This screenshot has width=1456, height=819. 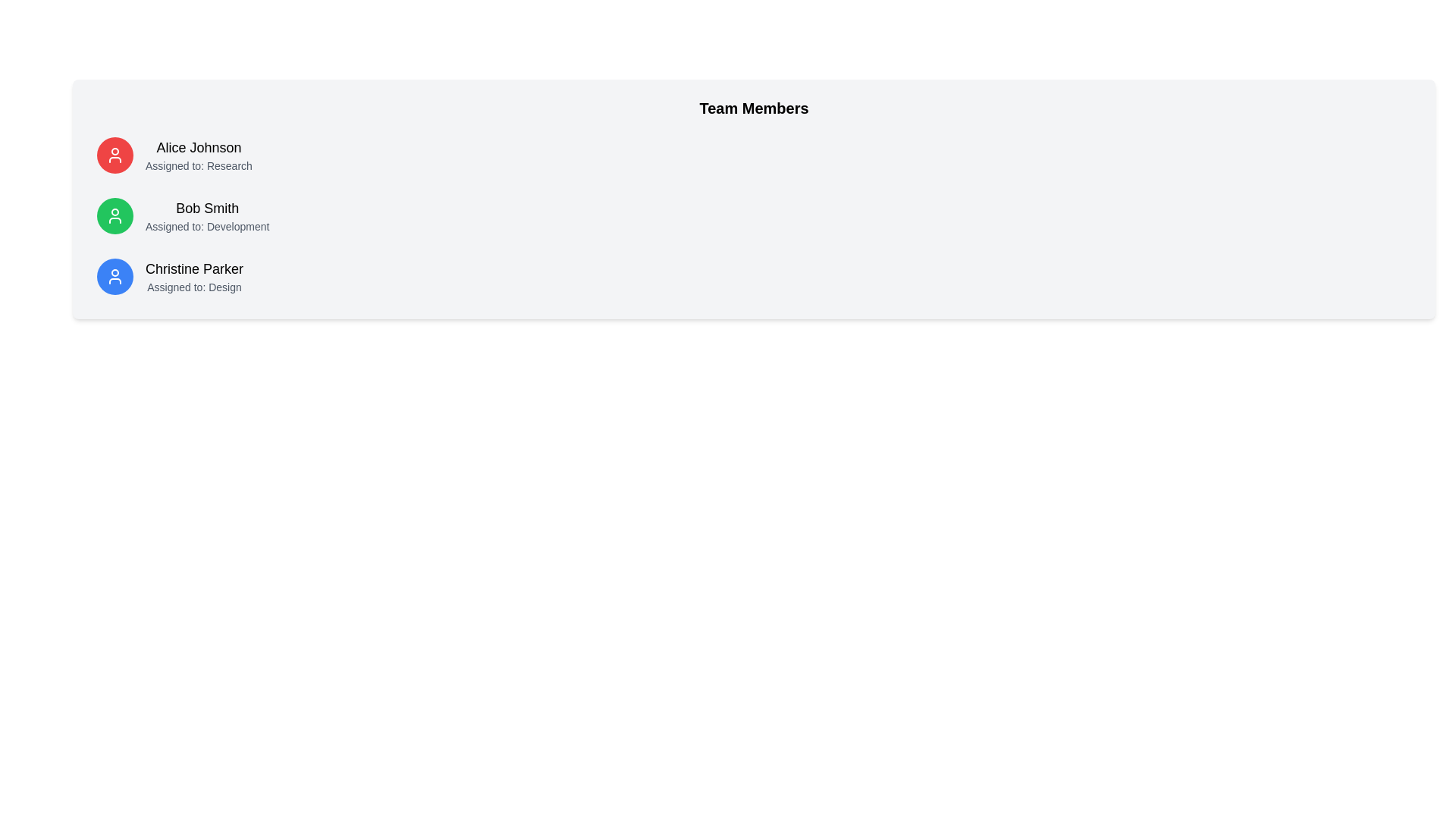 What do you see at coordinates (115, 155) in the screenshot?
I see `the circular user avatar icon with a red background and white user figure, located` at bounding box center [115, 155].